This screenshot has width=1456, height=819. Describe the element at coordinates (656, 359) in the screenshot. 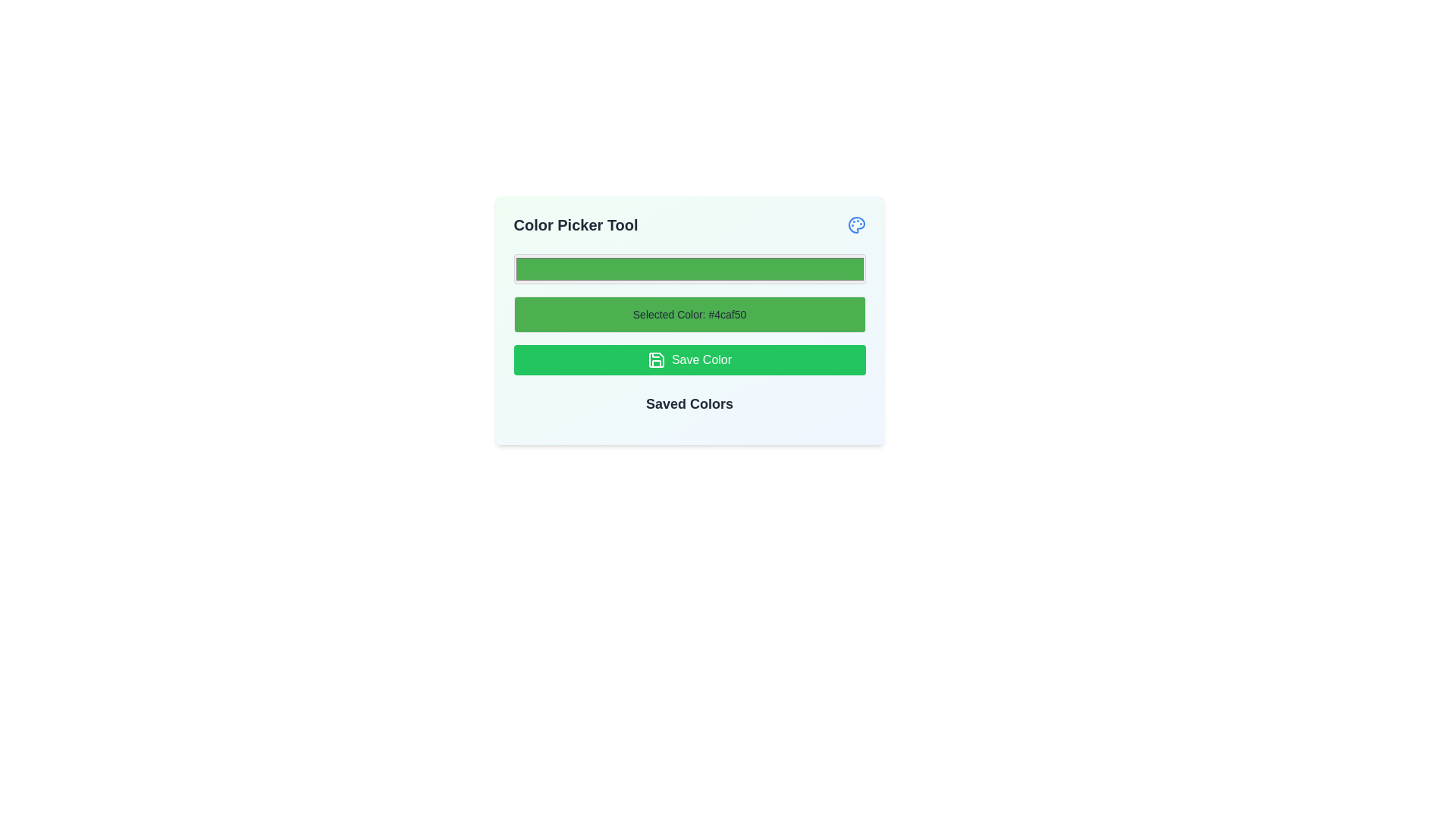

I see `the save action icon located to the left of the 'Save Color' text within the green rounded button` at that location.